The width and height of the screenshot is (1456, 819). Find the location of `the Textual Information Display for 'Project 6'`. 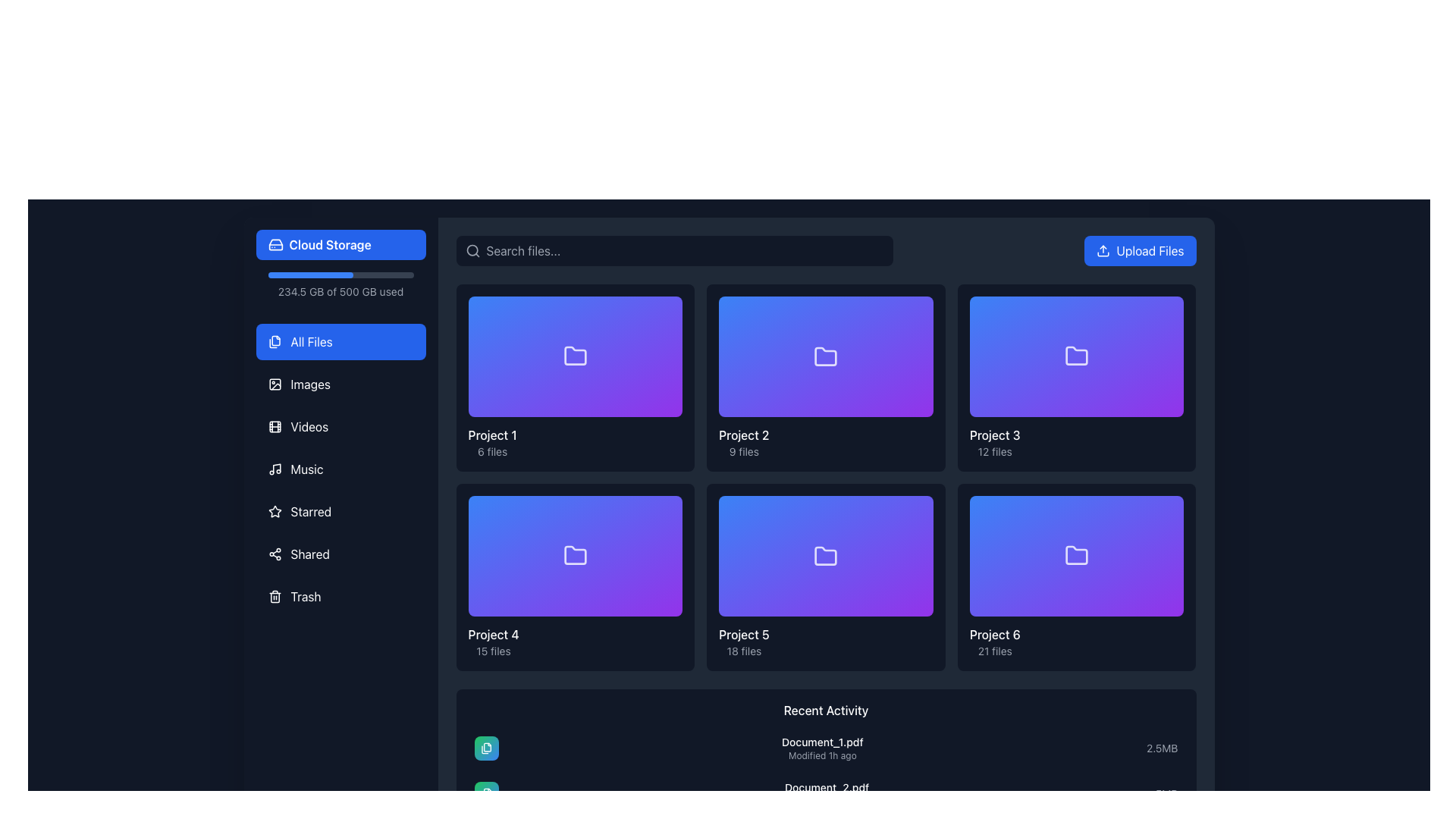

the Textual Information Display for 'Project 6' is located at coordinates (1076, 641).